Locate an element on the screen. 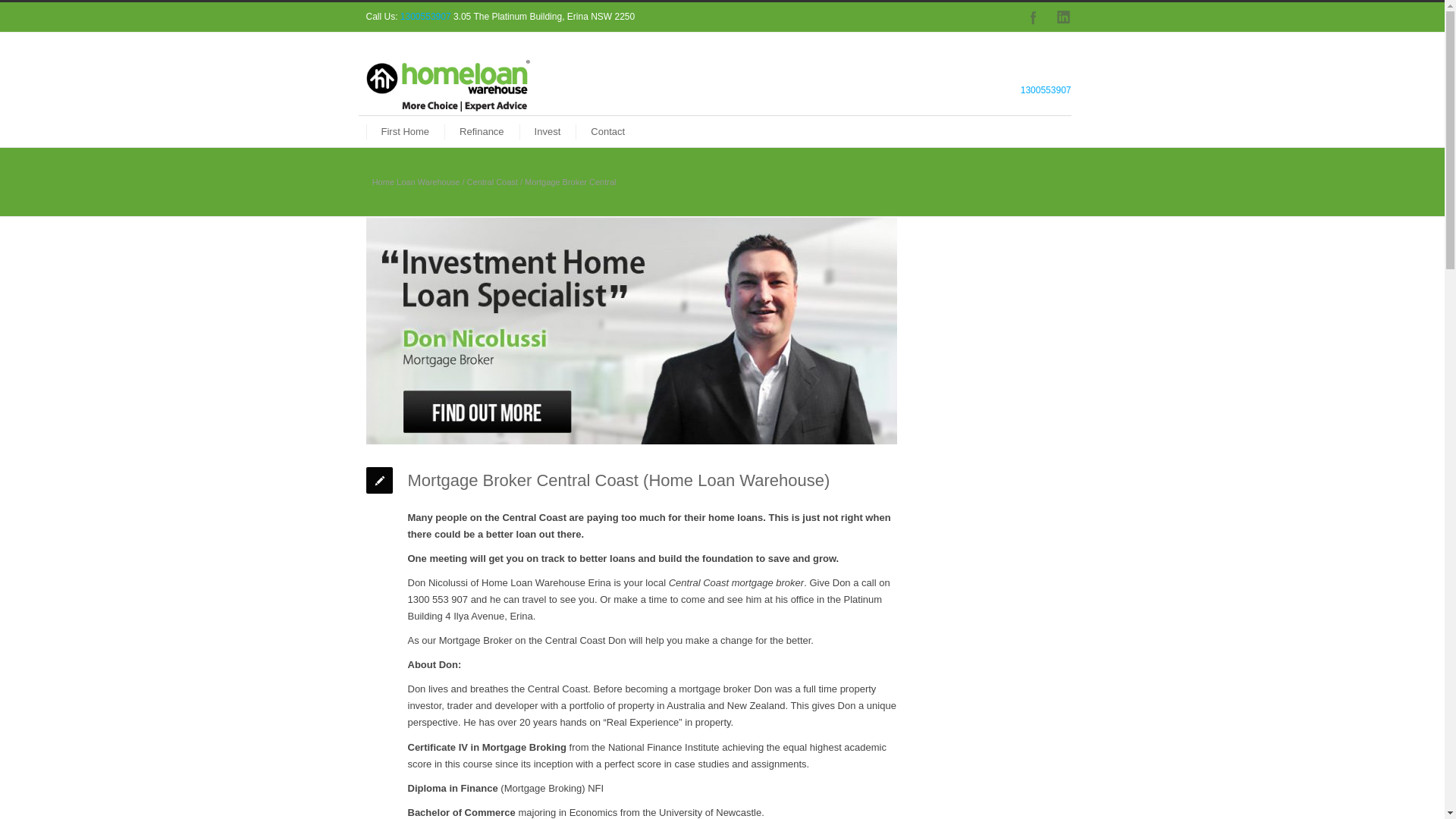 The height and width of the screenshot is (819, 1456). 'Refinance' is located at coordinates (481, 130).